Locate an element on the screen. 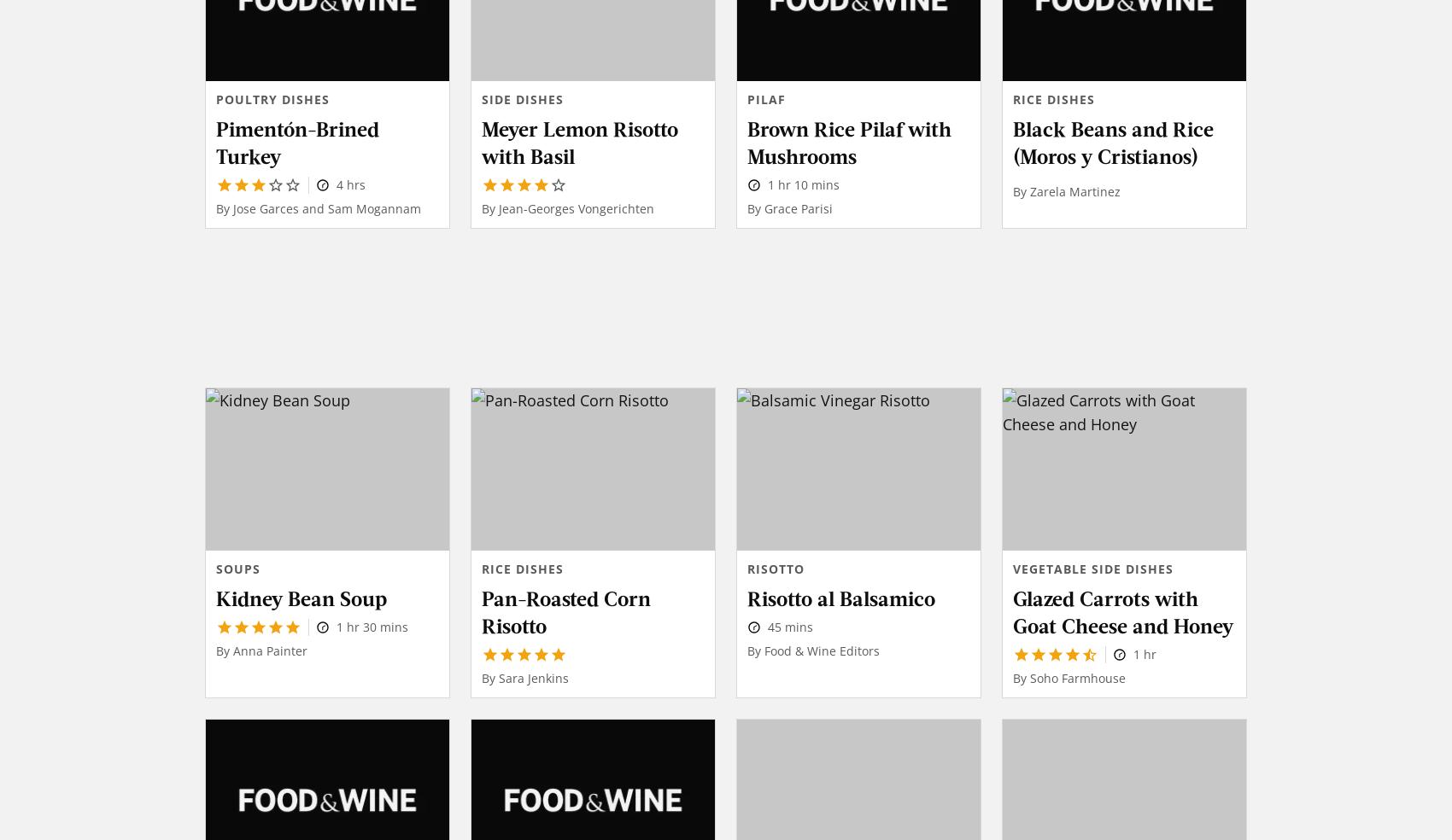 The width and height of the screenshot is (1452, 840). '1 hr 10 mins' is located at coordinates (803, 184).